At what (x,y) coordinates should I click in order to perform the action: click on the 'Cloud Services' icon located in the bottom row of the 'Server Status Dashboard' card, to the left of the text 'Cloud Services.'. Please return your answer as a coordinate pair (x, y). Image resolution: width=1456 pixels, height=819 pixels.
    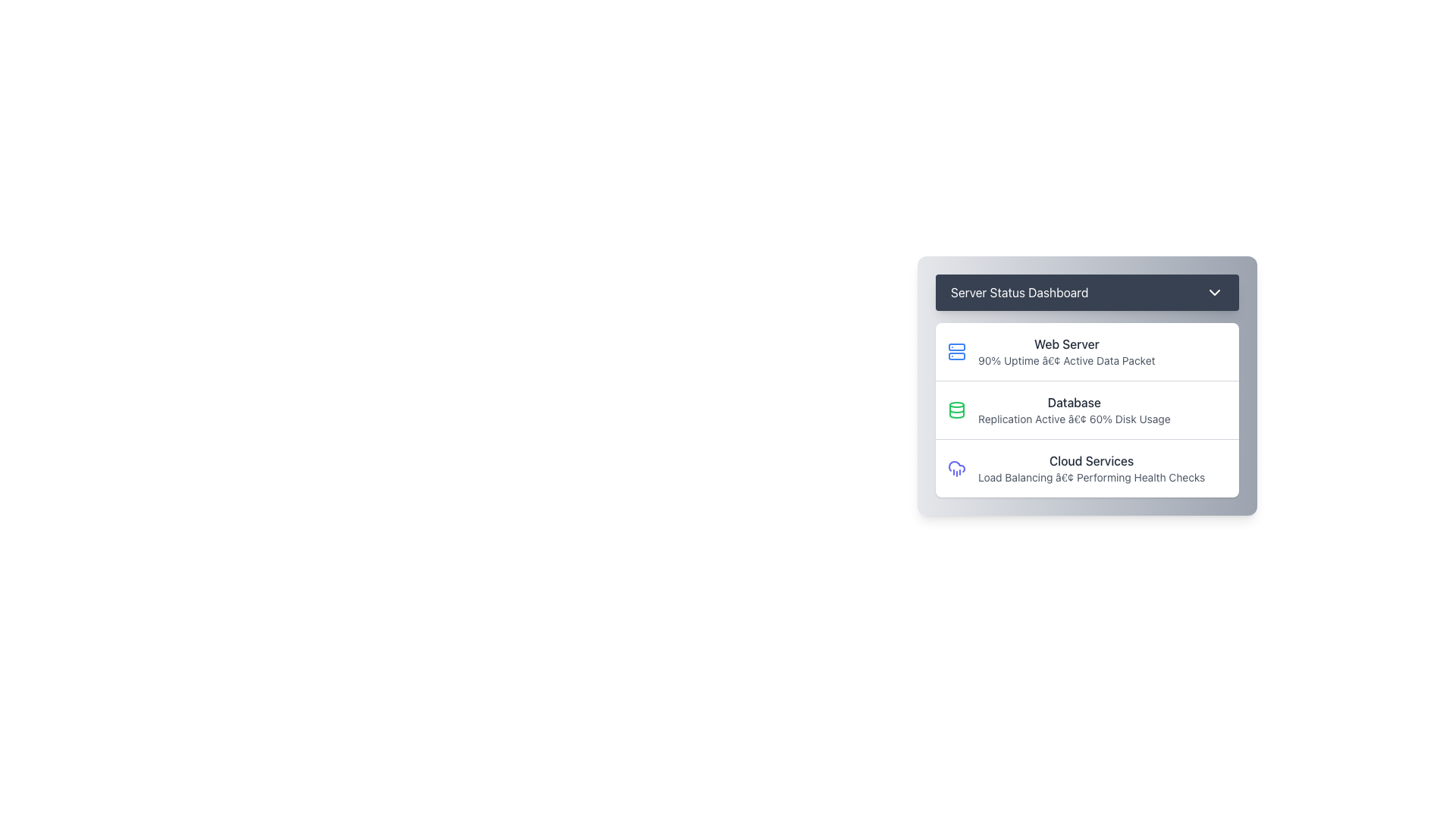
    Looking at the image, I should click on (956, 467).